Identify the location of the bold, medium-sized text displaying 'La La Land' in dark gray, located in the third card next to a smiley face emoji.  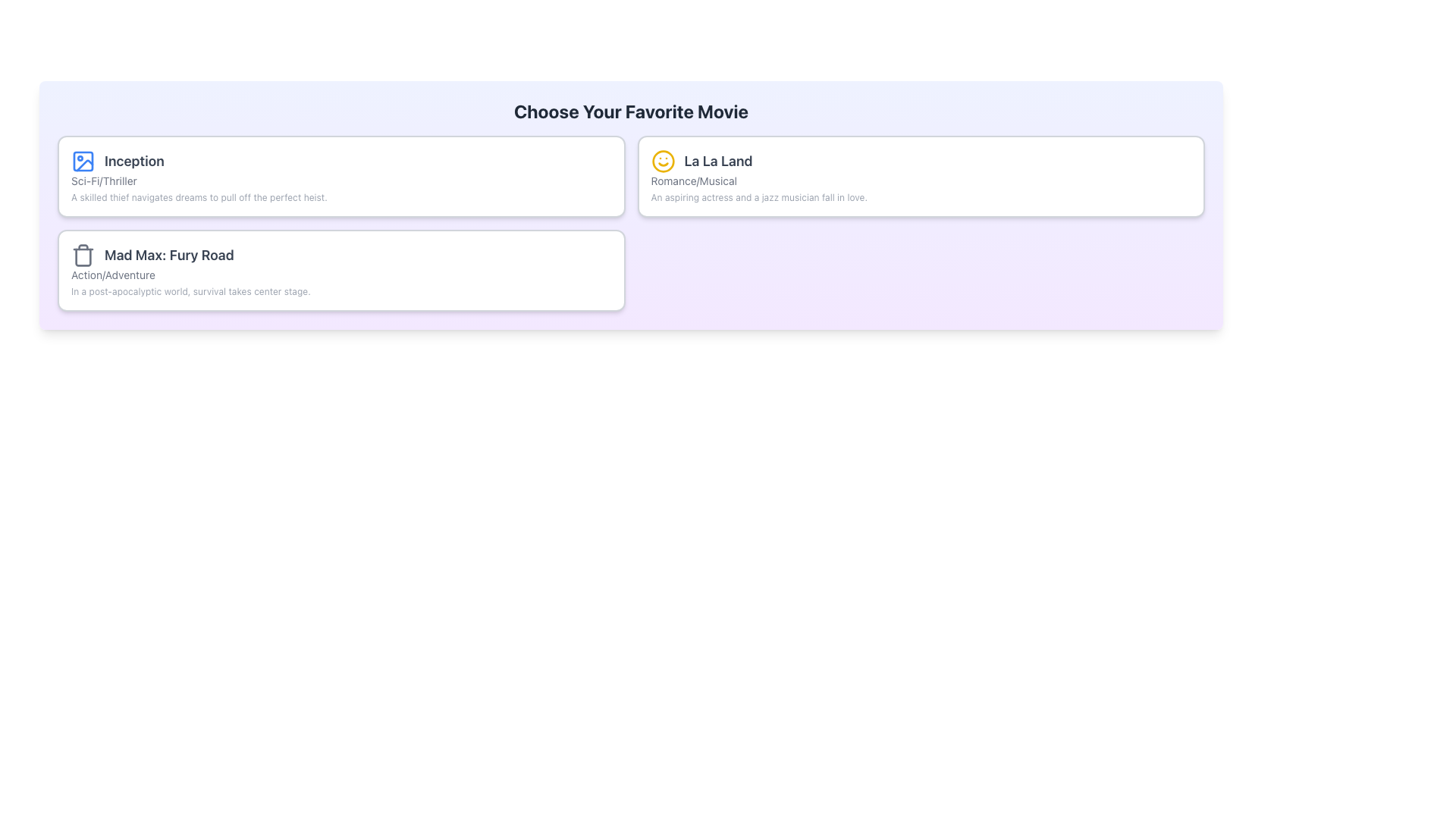
(717, 161).